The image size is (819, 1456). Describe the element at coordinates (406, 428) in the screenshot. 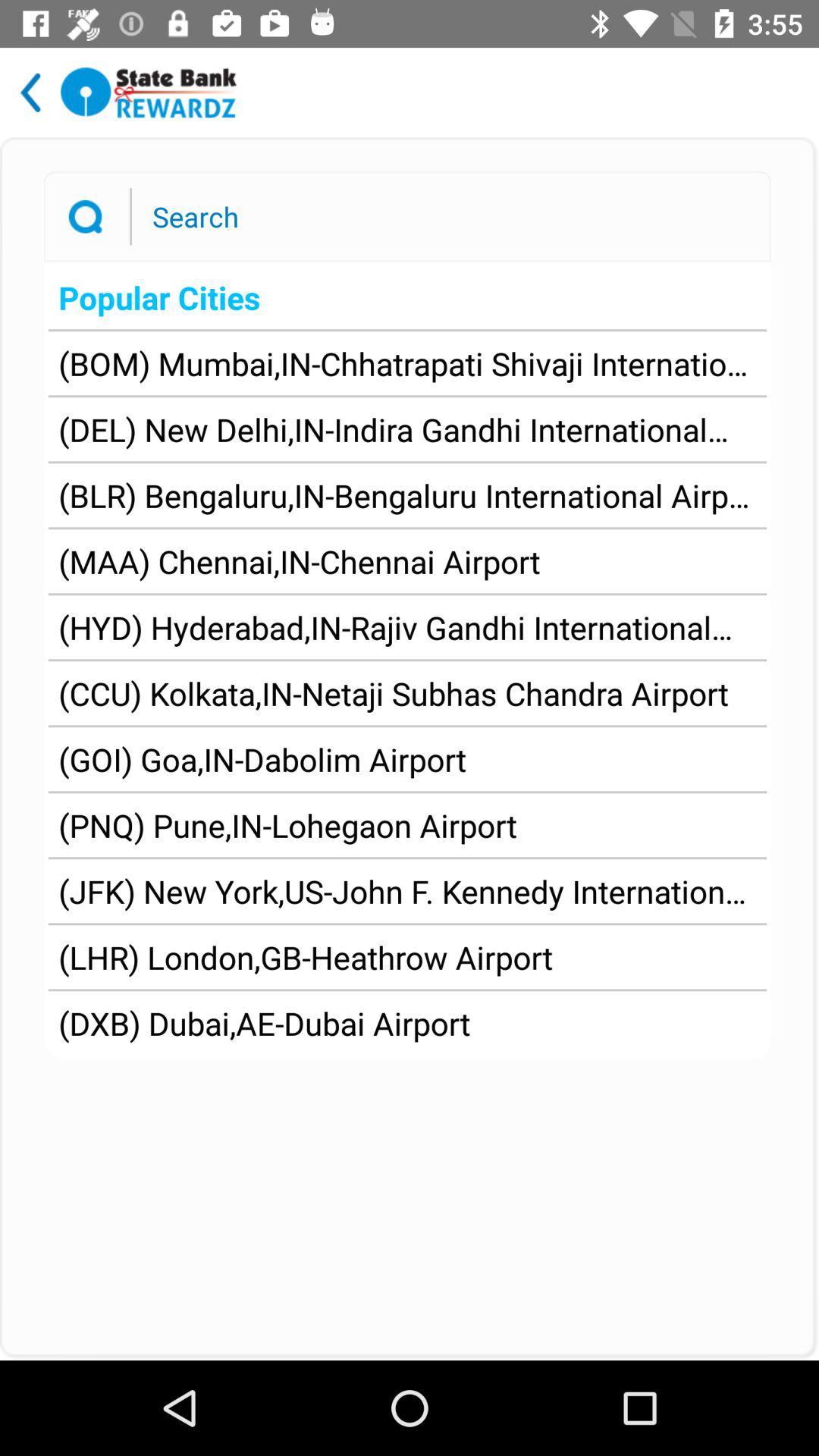

I see `icon above blr bengaluru in` at that location.